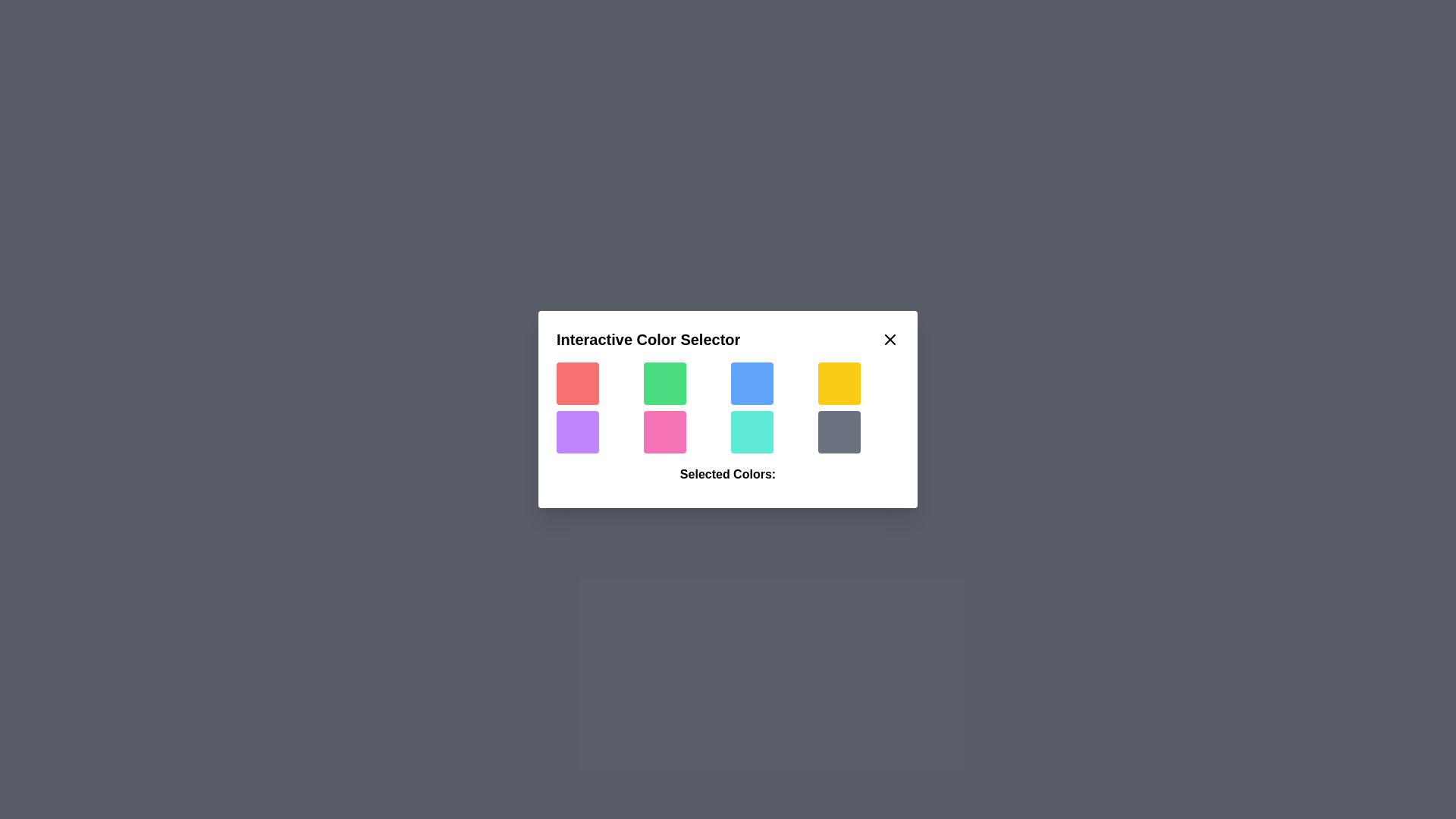  Describe the element at coordinates (890, 338) in the screenshot. I see `the close (X) button to close the panel` at that location.